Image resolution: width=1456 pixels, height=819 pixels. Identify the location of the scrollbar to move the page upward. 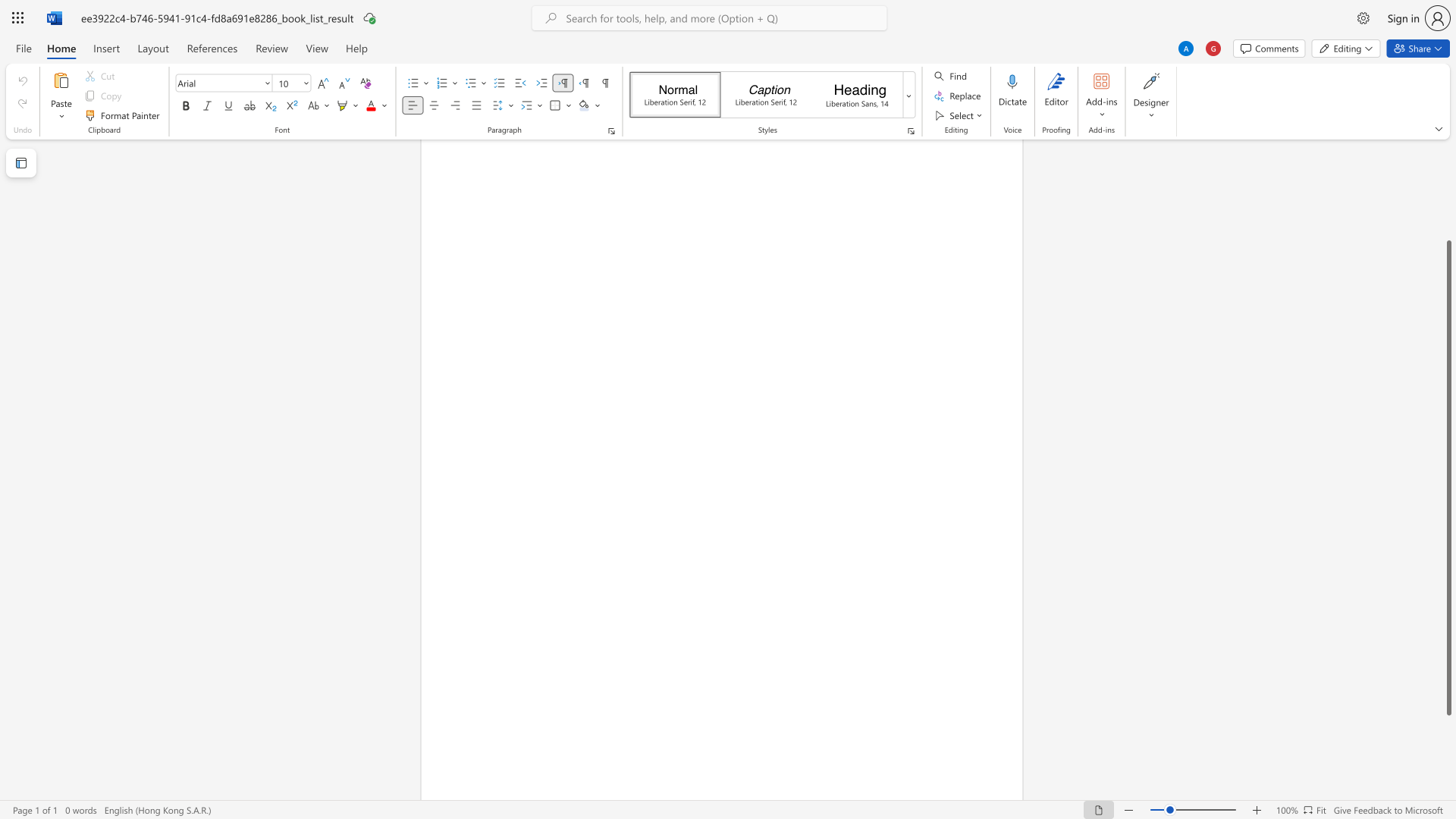
(1448, 212).